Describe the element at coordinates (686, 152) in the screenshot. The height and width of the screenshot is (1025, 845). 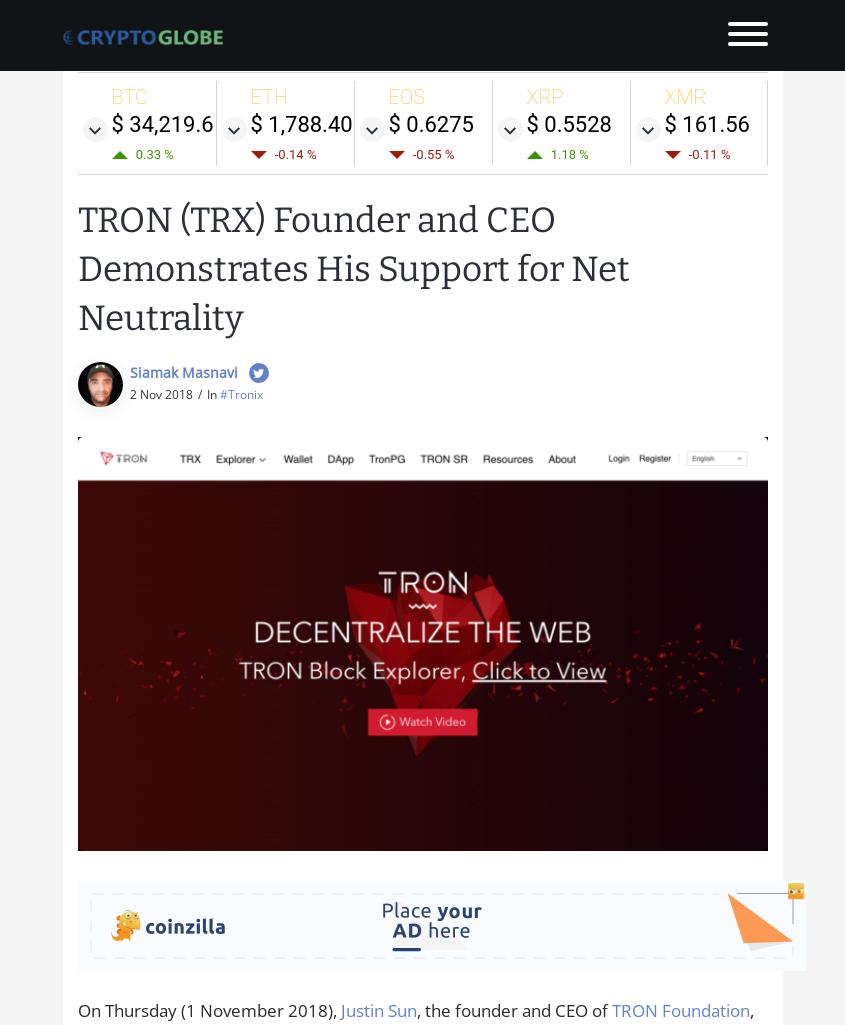
I see `'-0.11 %'` at that location.